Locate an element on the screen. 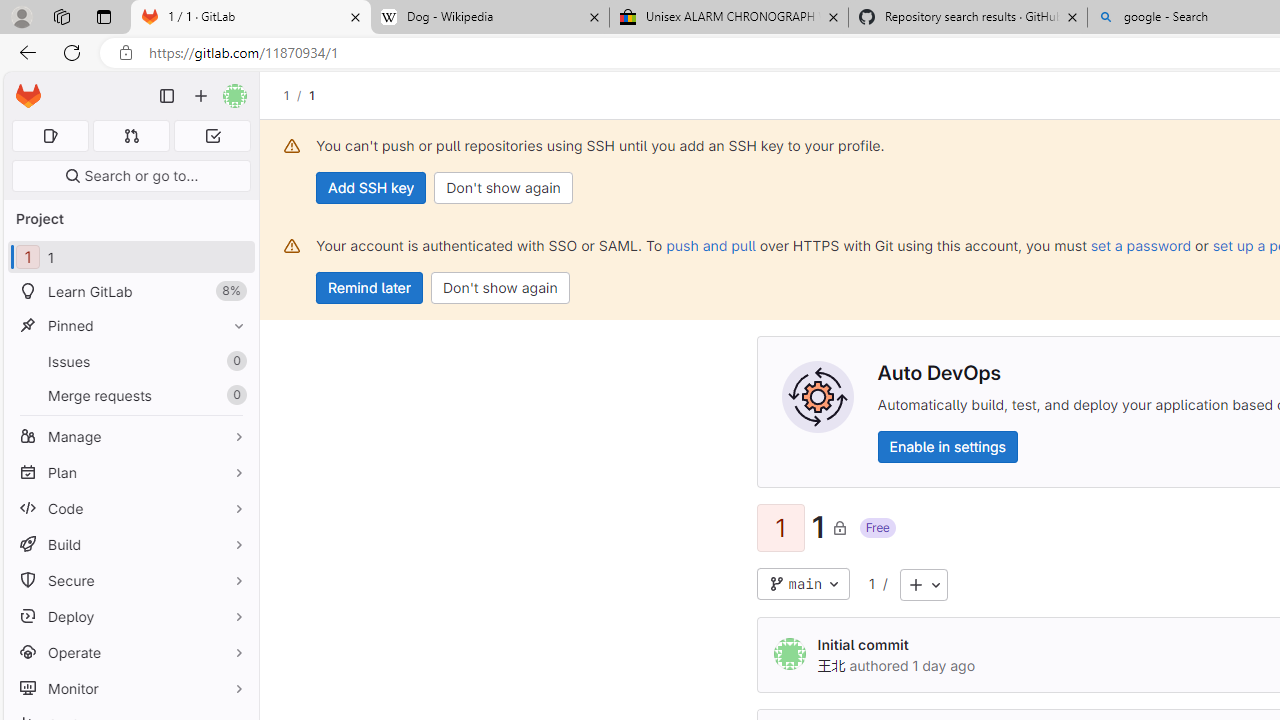 The height and width of the screenshot is (720, 1280). 'Class: s16 gl-alert-icon gl-alert-icon-no-title' is located at coordinates (290, 245).